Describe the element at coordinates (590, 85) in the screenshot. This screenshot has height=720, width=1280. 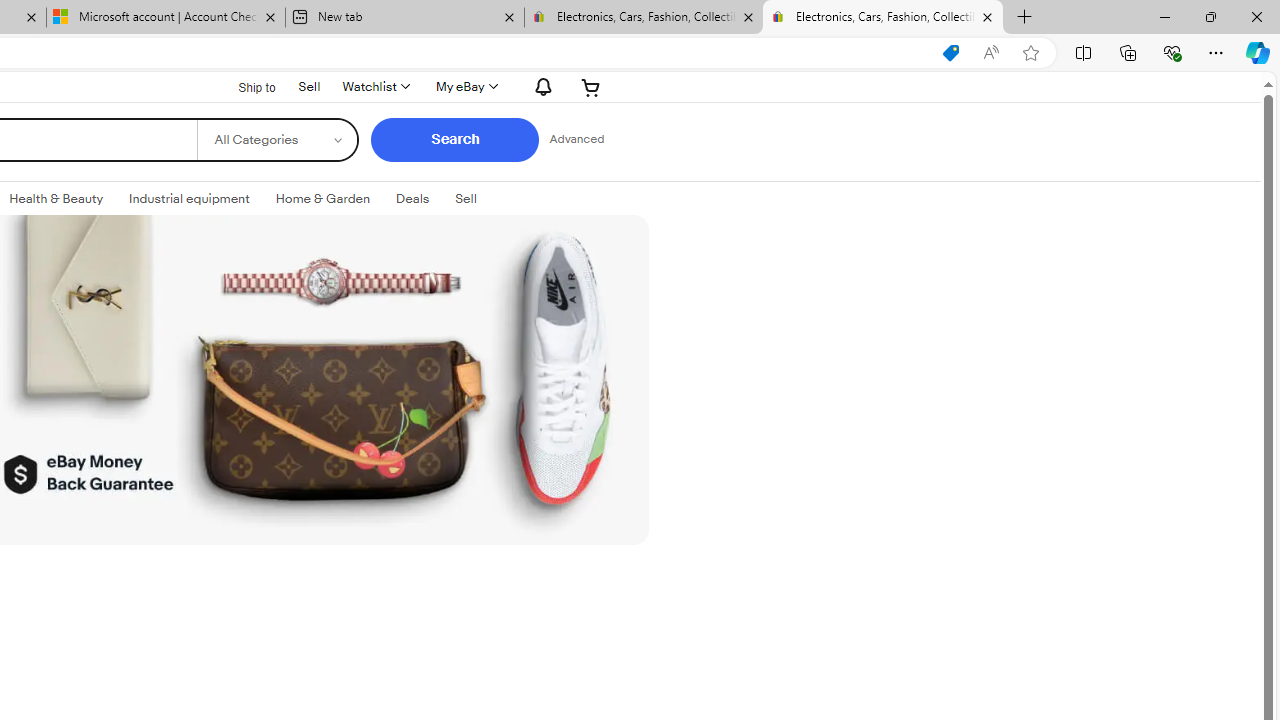
I see `'Expand Cart'` at that location.